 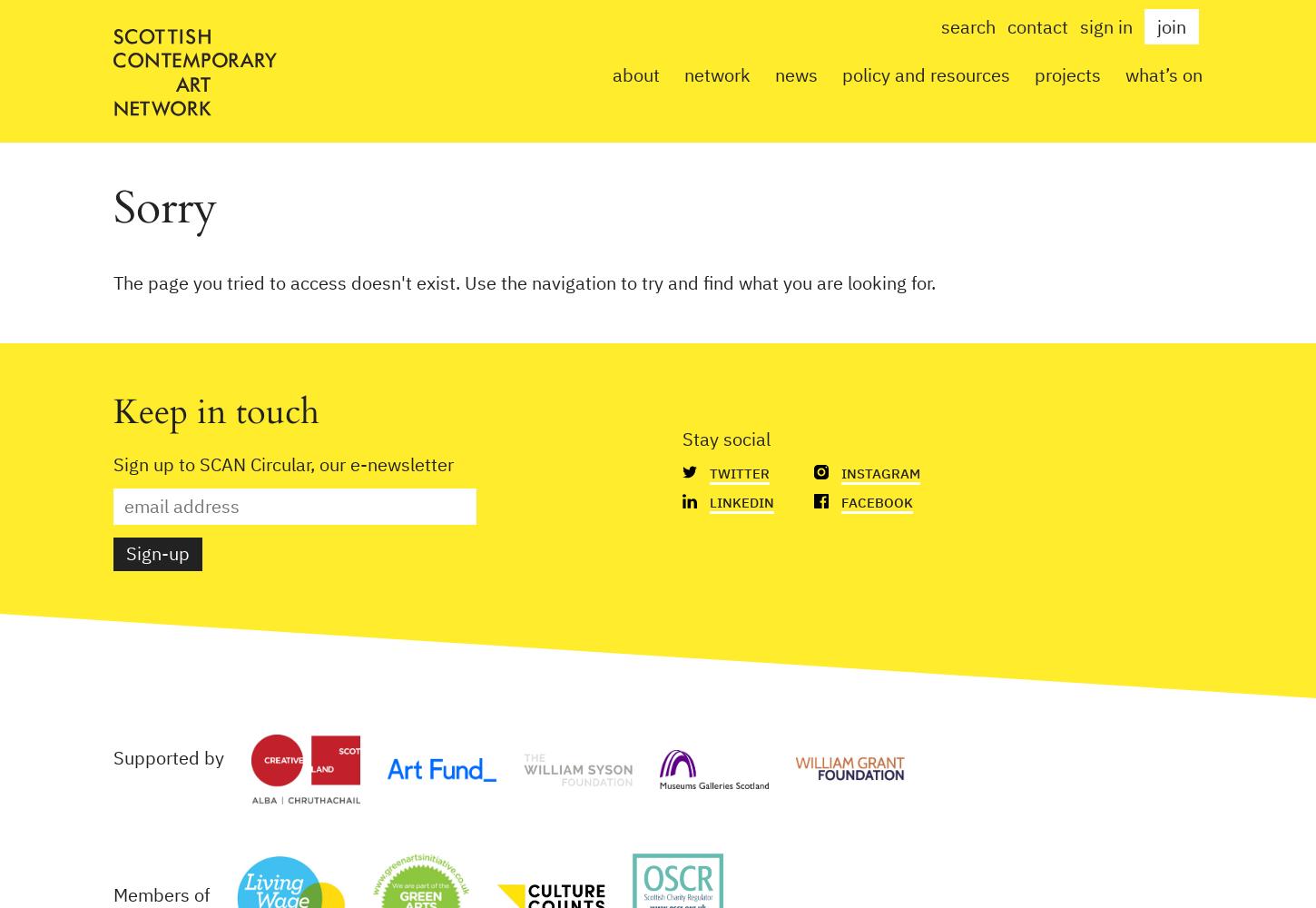 I want to click on 'Supported by', so click(x=168, y=756).